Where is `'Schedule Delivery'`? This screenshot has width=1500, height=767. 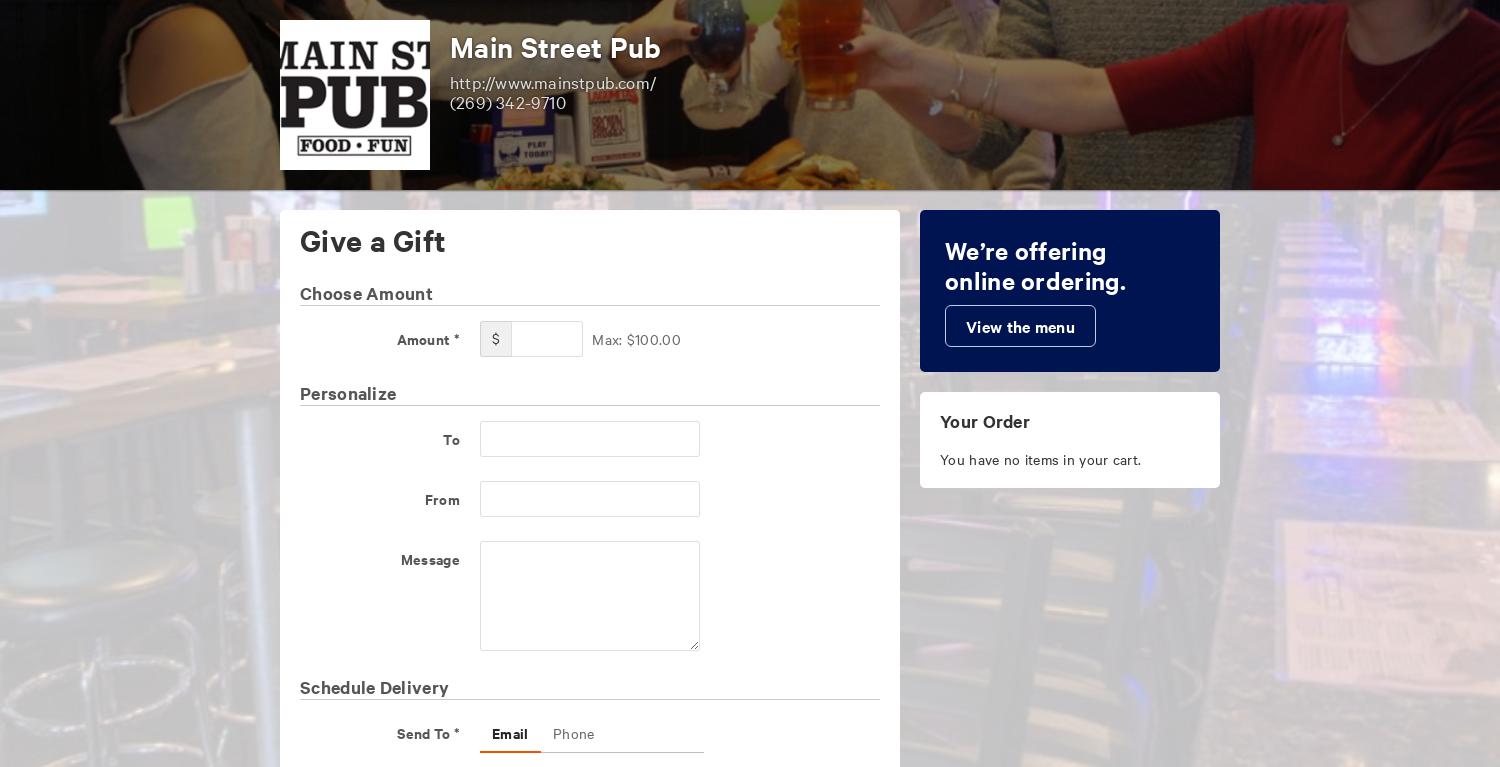
'Schedule Delivery' is located at coordinates (373, 687).